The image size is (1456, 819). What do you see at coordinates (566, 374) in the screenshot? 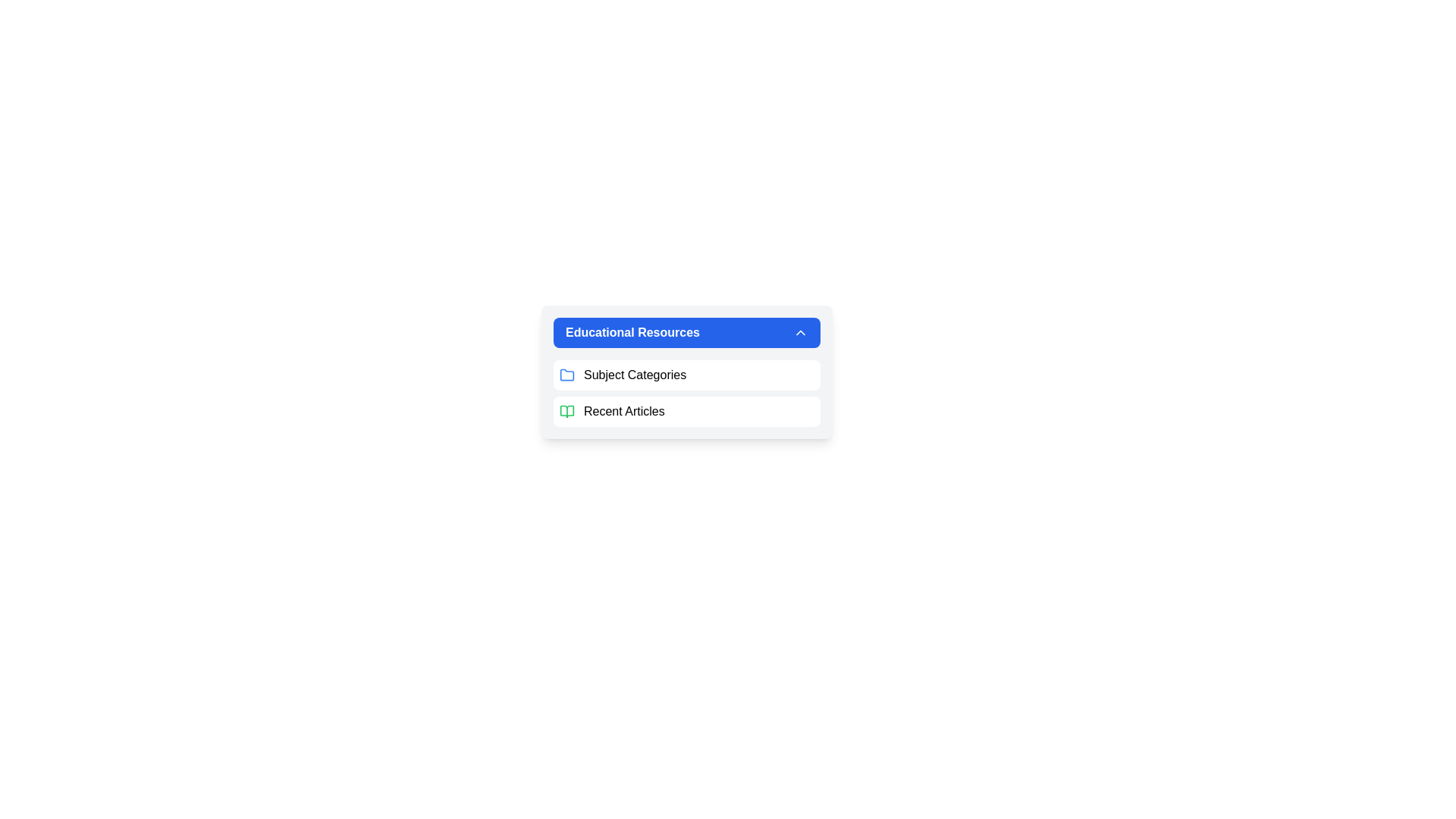
I see `the descriptive icon that visually complements the 'Educational Resources' button in the UI` at bounding box center [566, 374].